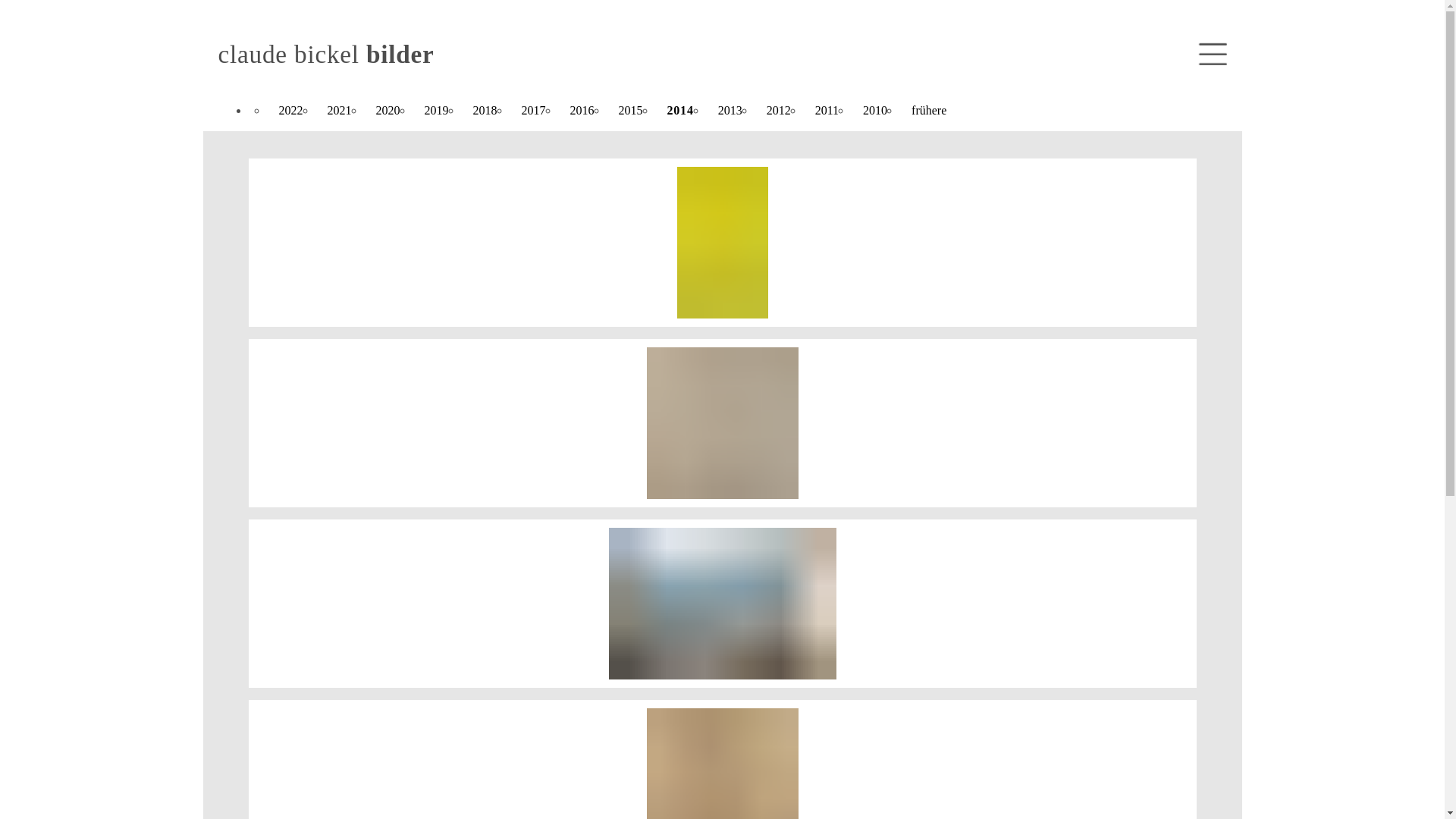  Describe the element at coordinates (826, 110) in the screenshot. I see `'2011'` at that location.